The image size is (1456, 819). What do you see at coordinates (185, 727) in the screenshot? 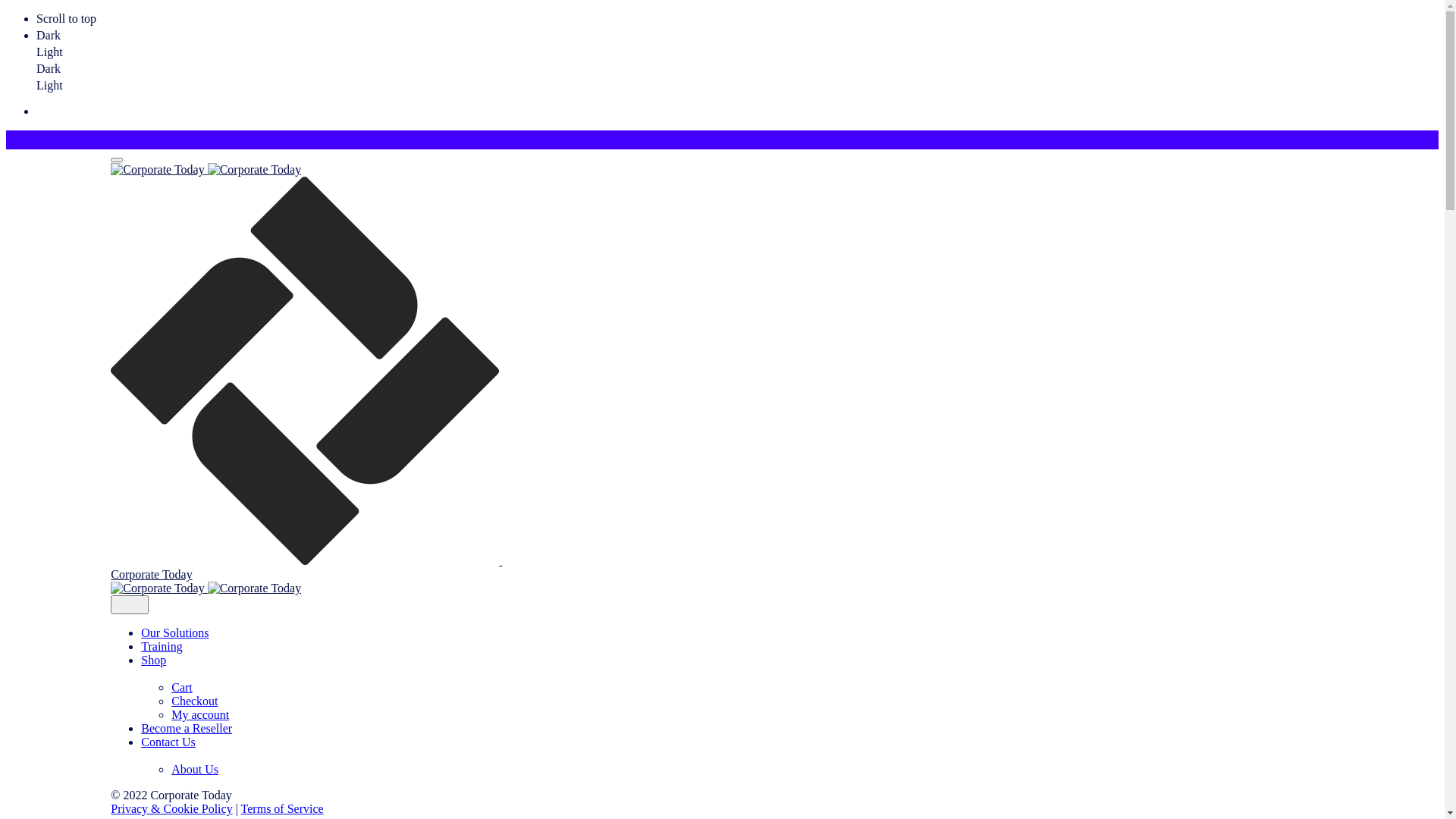
I see `'Become a Reseller'` at bounding box center [185, 727].